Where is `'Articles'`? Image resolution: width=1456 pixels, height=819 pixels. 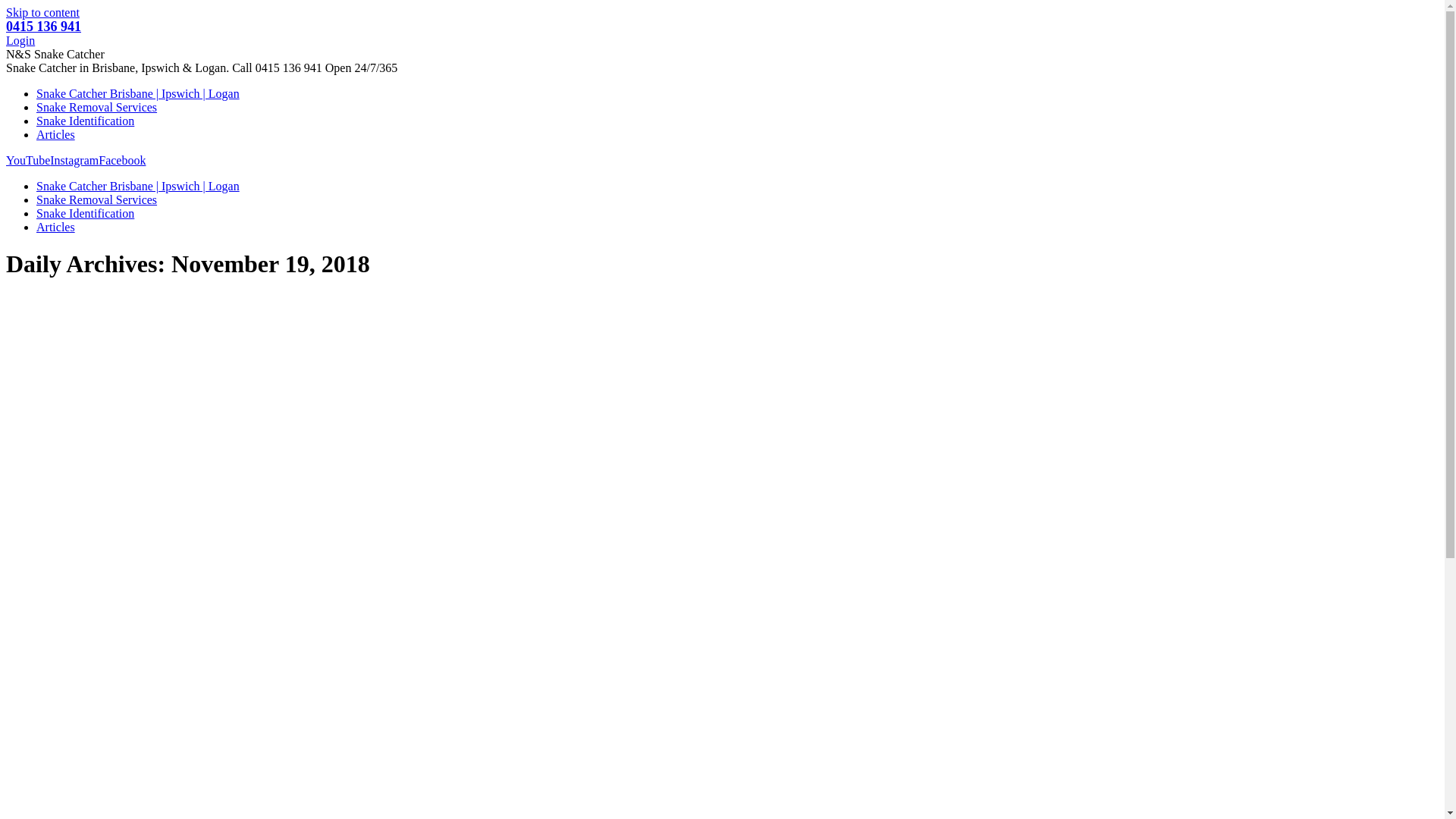 'Articles' is located at coordinates (55, 227).